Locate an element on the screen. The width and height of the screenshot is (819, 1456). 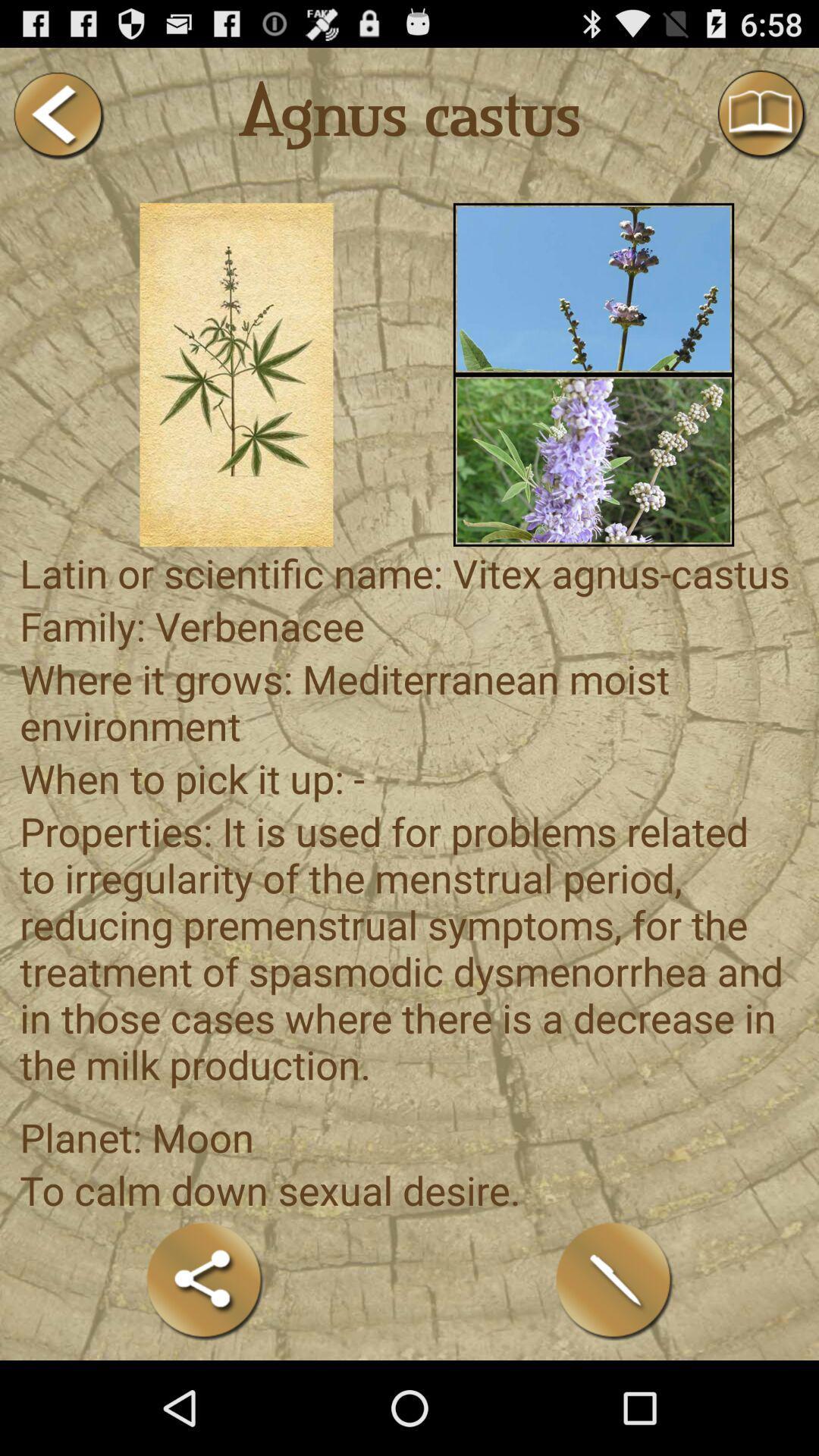
write a post is located at coordinates (614, 1280).